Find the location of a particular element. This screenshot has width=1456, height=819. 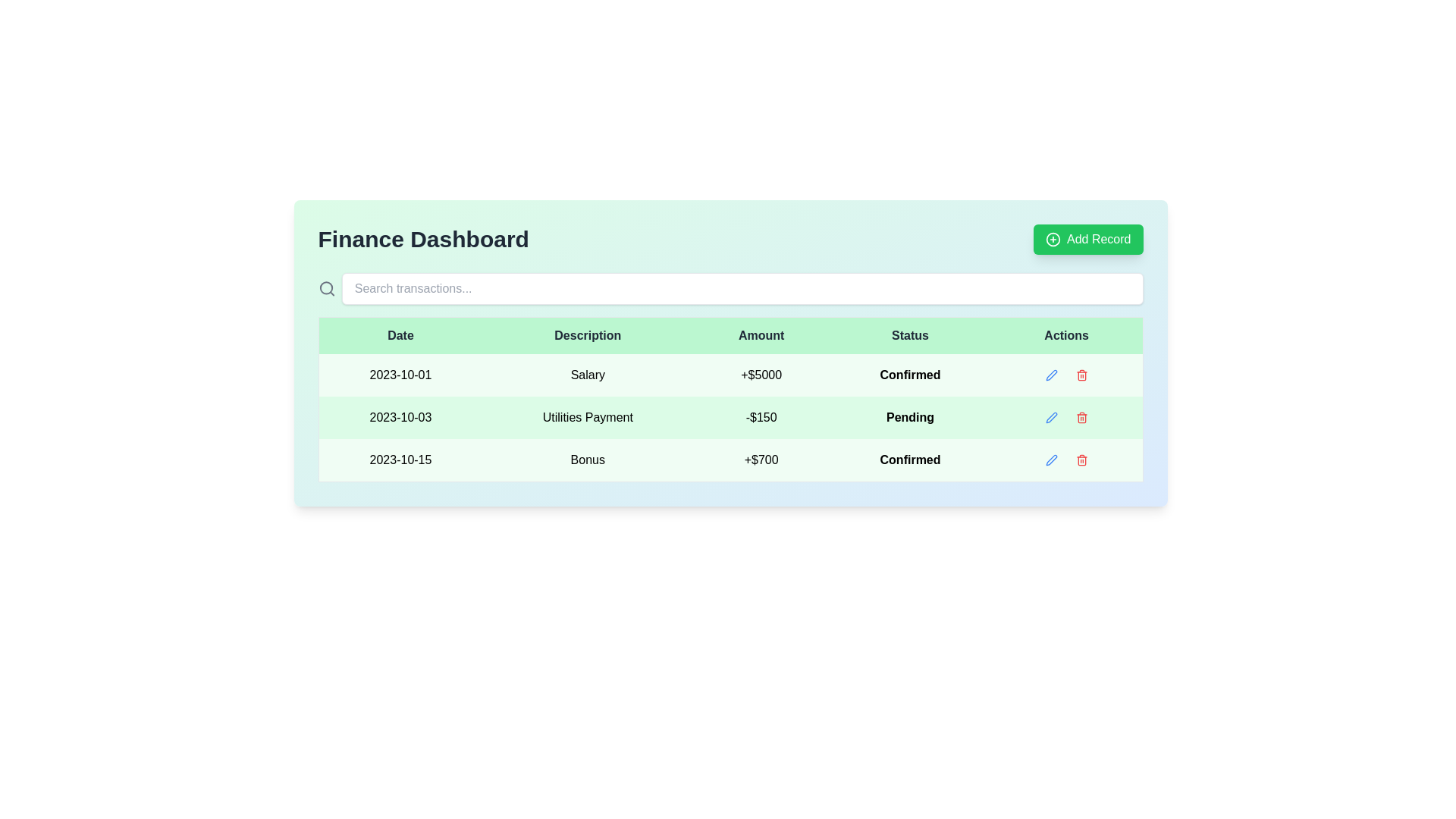

the table cell displaying the text '-$150' in the 'Amount' column of the 'Utilities Payment' transaction row is located at coordinates (761, 418).